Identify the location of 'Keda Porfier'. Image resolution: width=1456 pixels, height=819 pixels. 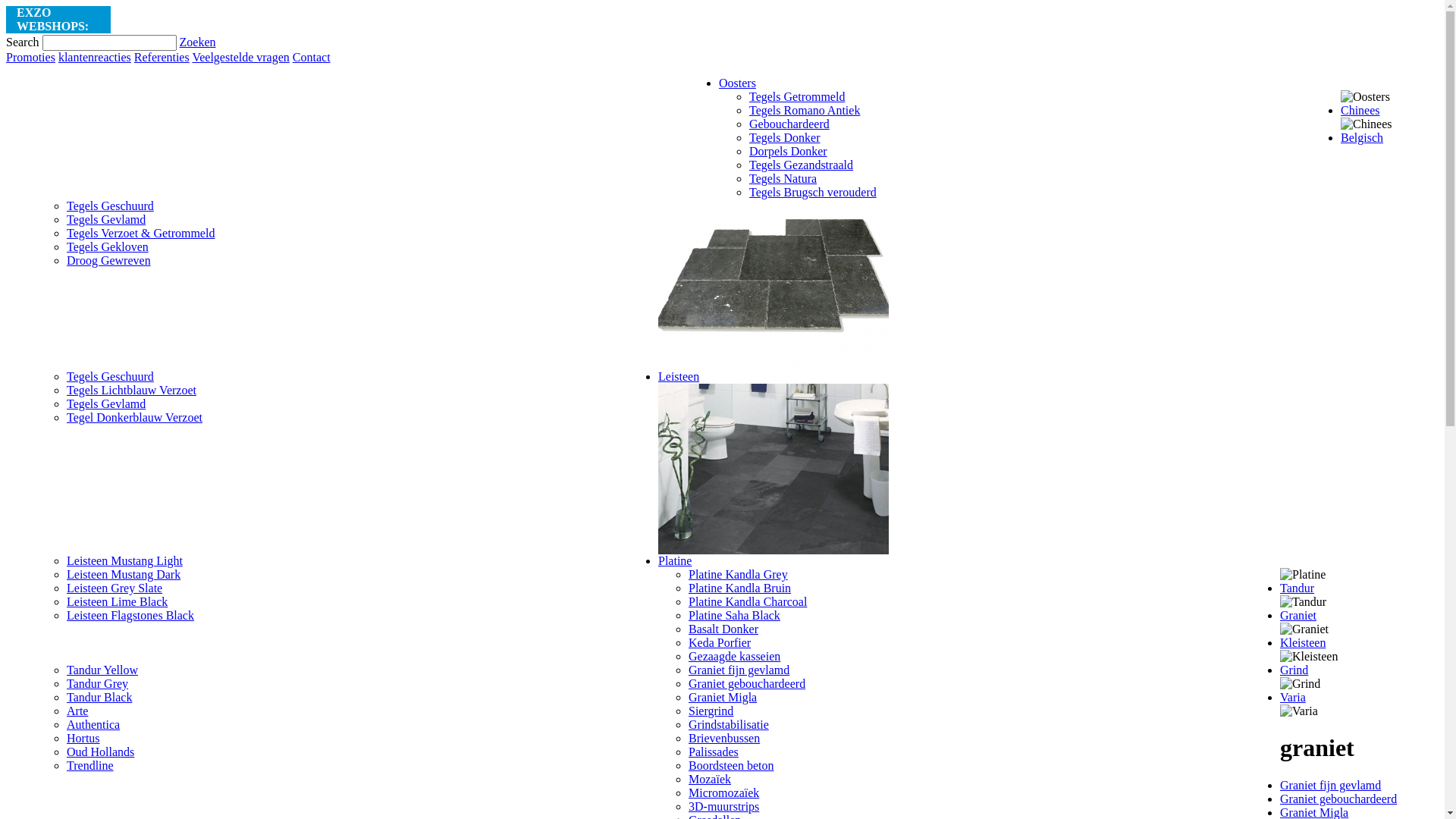
(687, 642).